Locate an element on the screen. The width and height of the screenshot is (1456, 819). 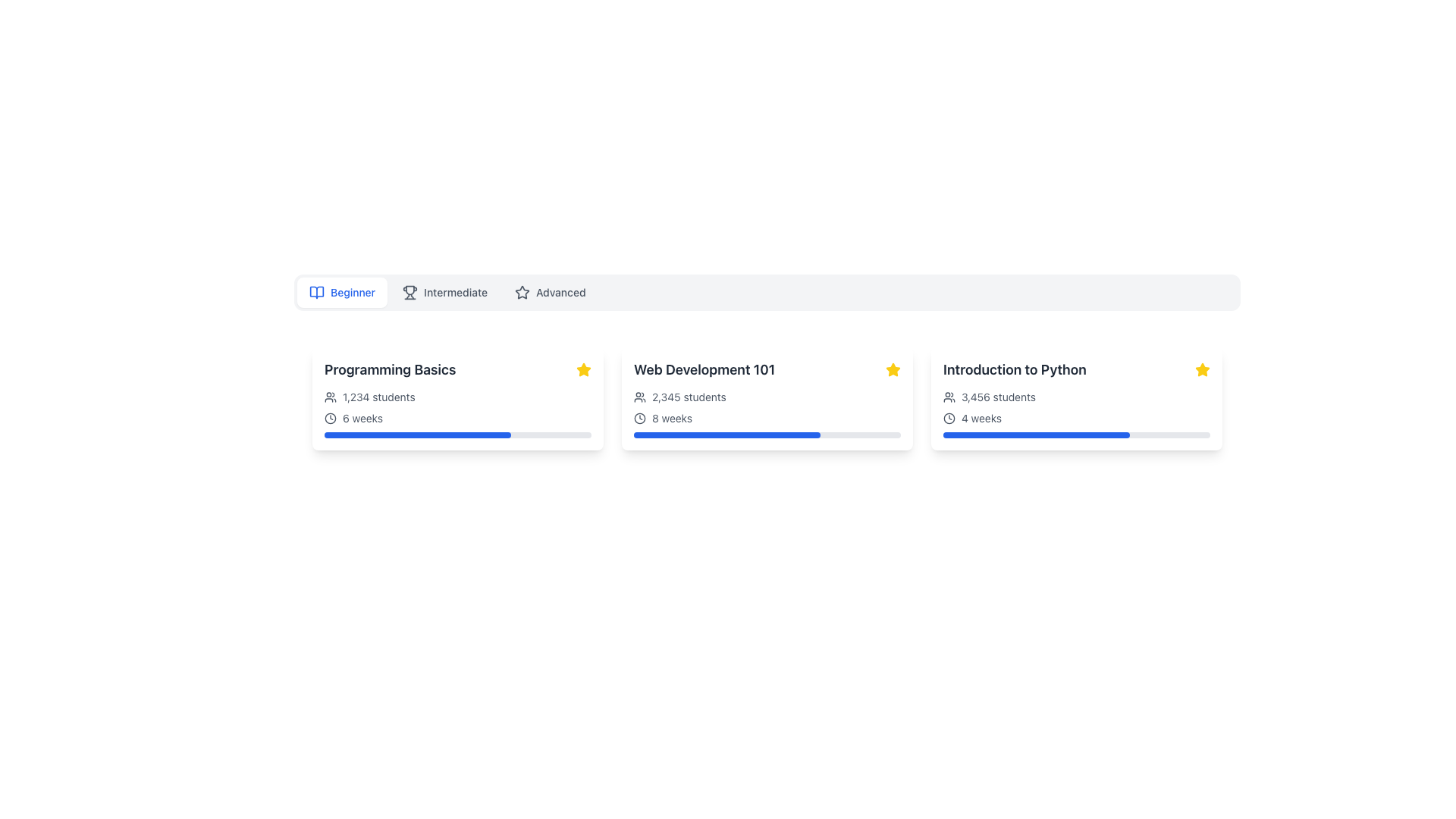
the progress is located at coordinates (473, 435).